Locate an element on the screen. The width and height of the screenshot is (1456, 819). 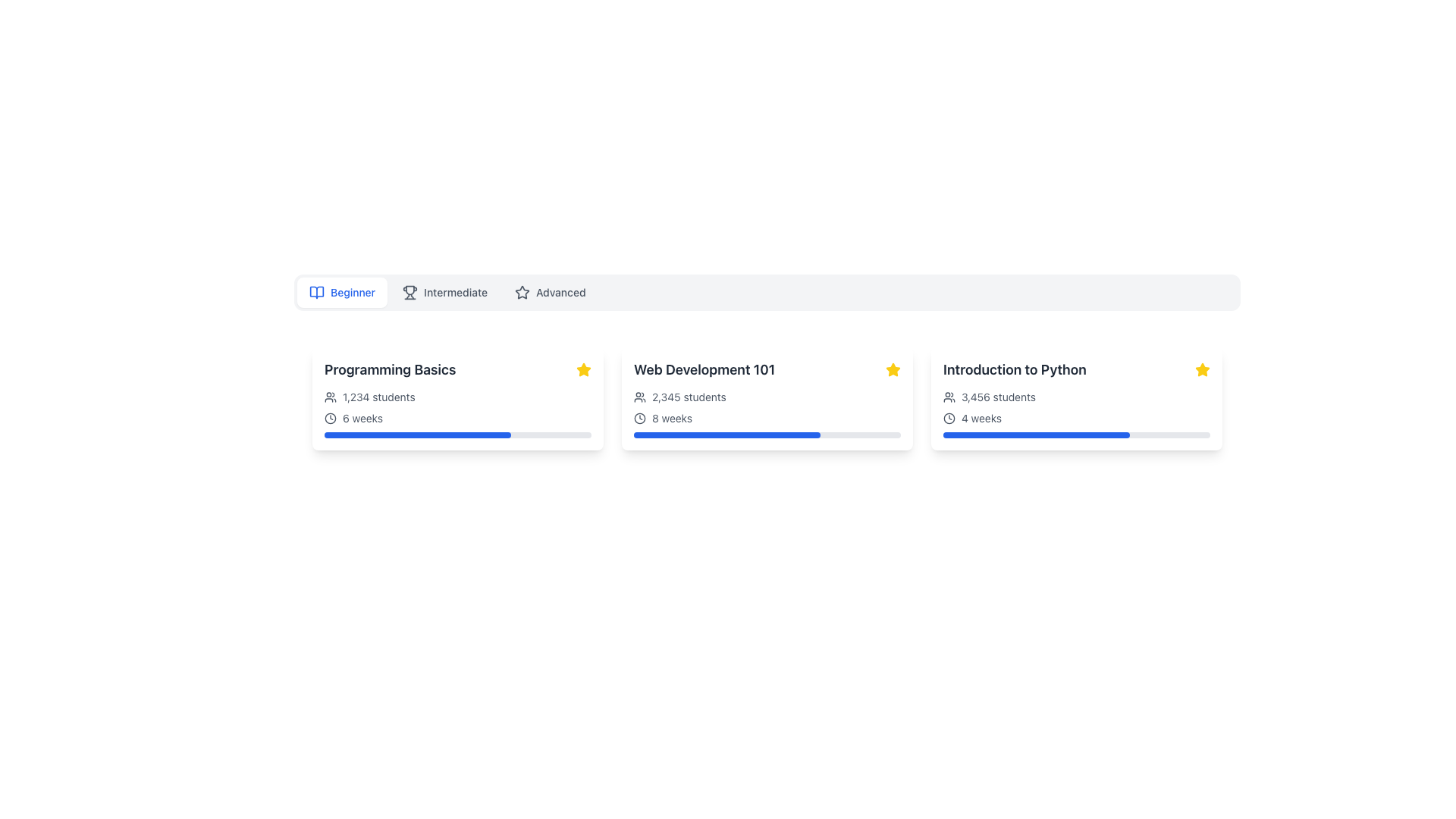
the progress is located at coordinates (473, 435).